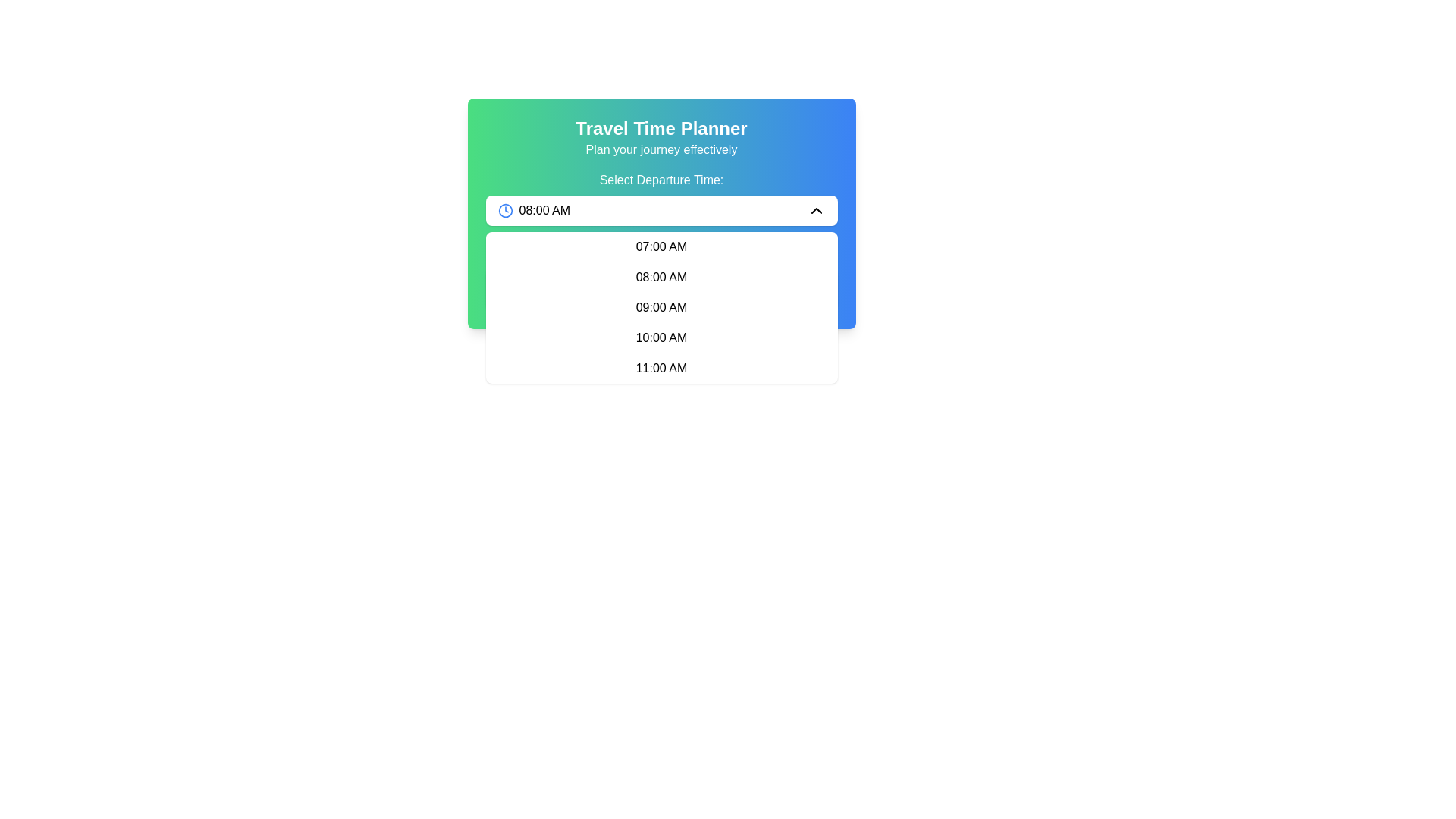 This screenshot has width=1456, height=819. Describe the element at coordinates (661, 337) in the screenshot. I see `the '10:00 AM' option in the fourth position of the dropdown menu` at that location.